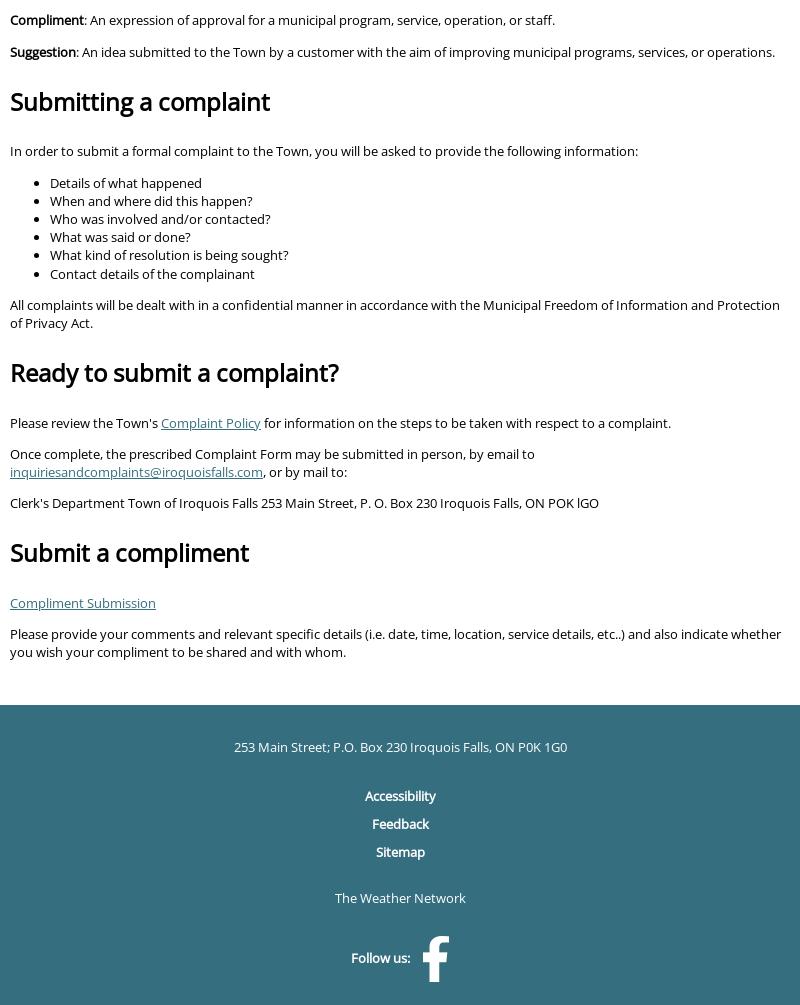  What do you see at coordinates (151, 198) in the screenshot?
I see `'When and where did this happen?'` at bounding box center [151, 198].